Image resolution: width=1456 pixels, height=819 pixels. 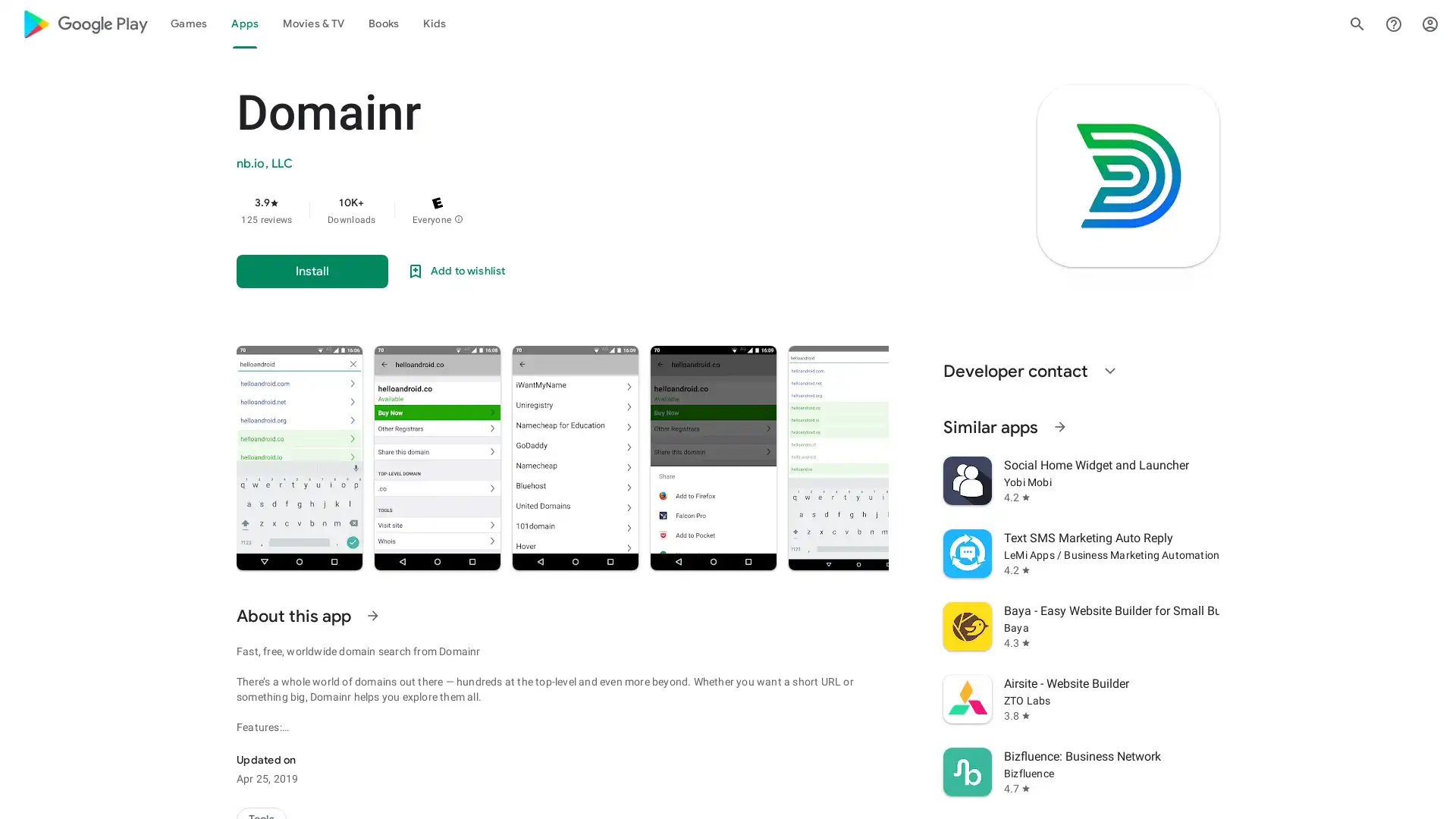 I want to click on Screenshot image, so click(x=858, y=457).